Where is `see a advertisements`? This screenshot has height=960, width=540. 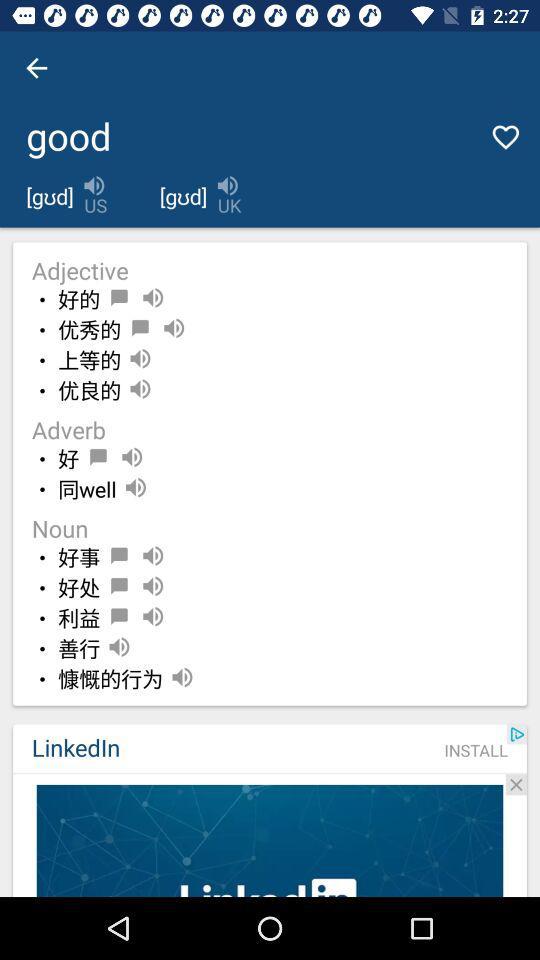
see a advertisements is located at coordinates (270, 840).